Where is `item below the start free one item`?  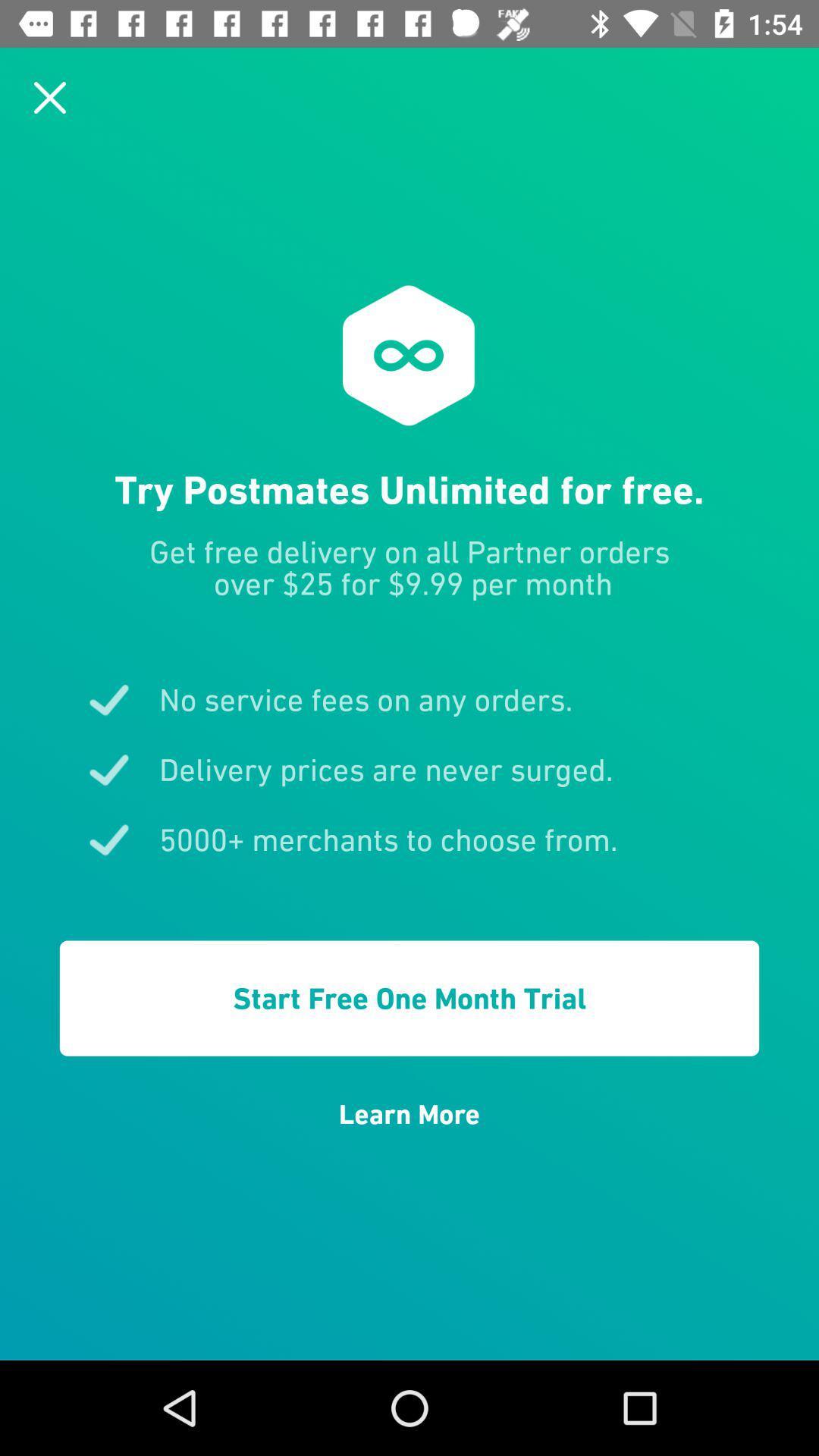
item below the start free one item is located at coordinates (409, 1114).